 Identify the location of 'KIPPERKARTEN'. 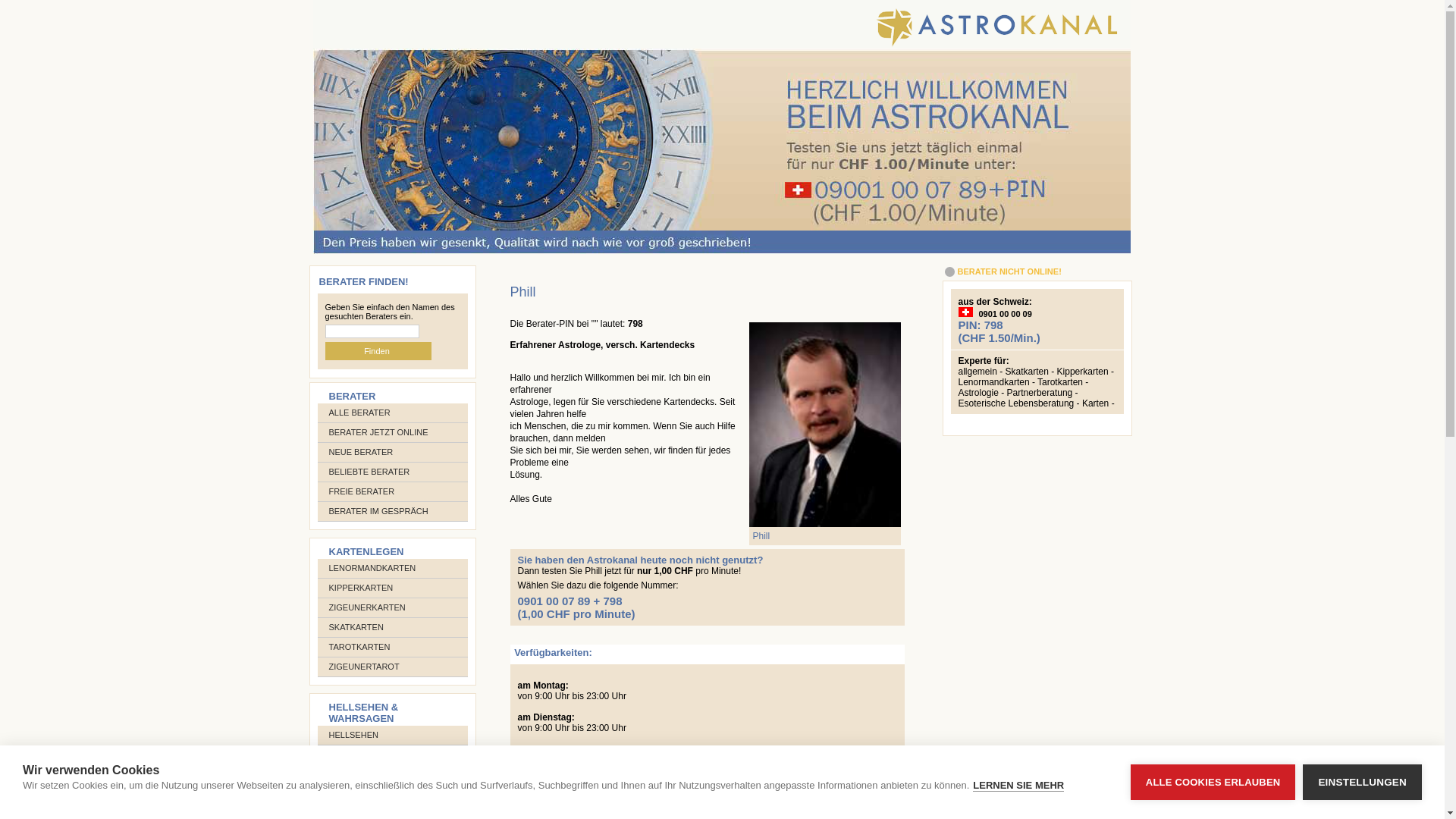
(360, 587).